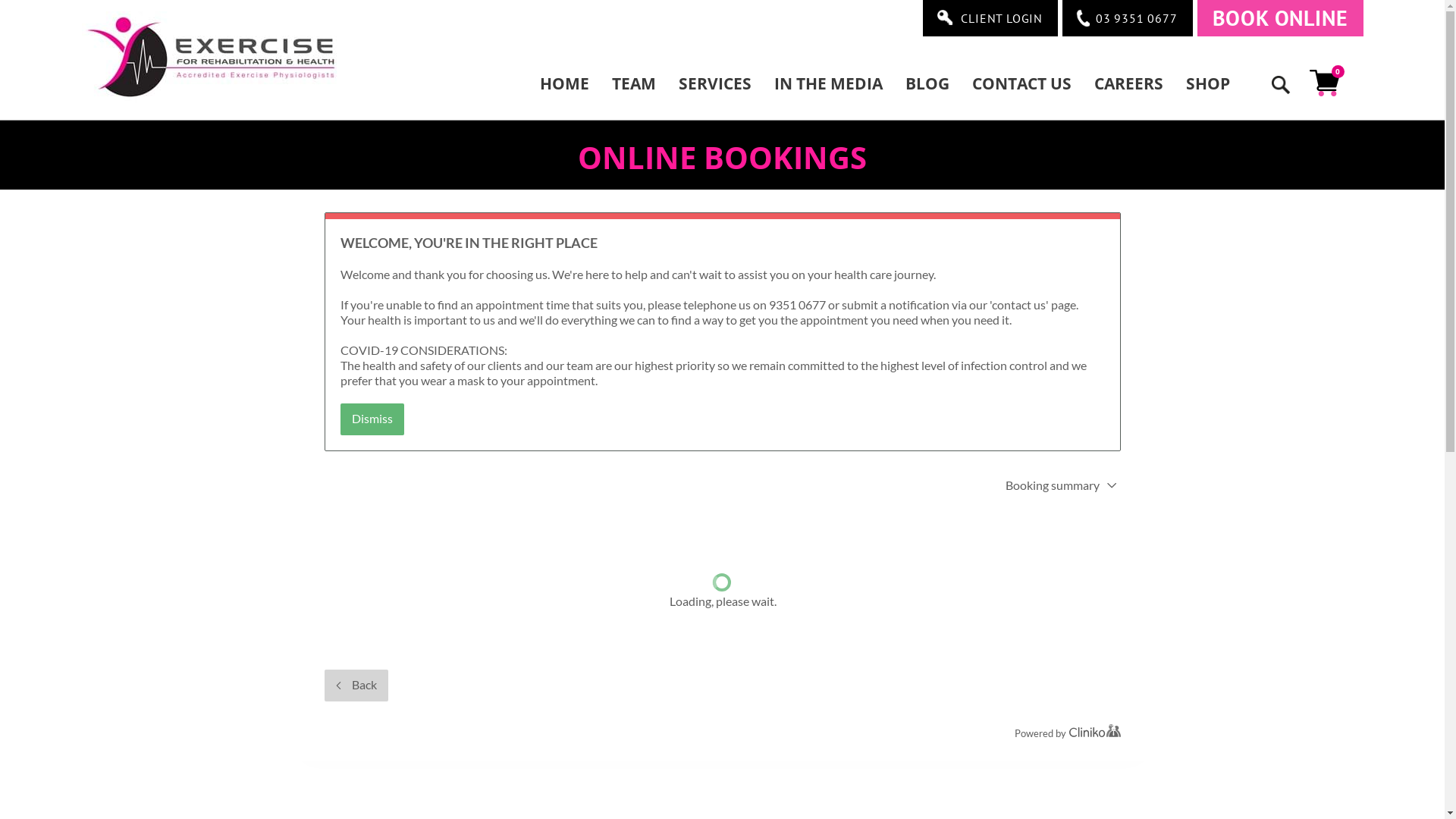 This screenshot has height=819, width=1456. Describe the element at coordinates (990, 17) in the screenshot. I see `'CLIENT LOGIN'` at that location.